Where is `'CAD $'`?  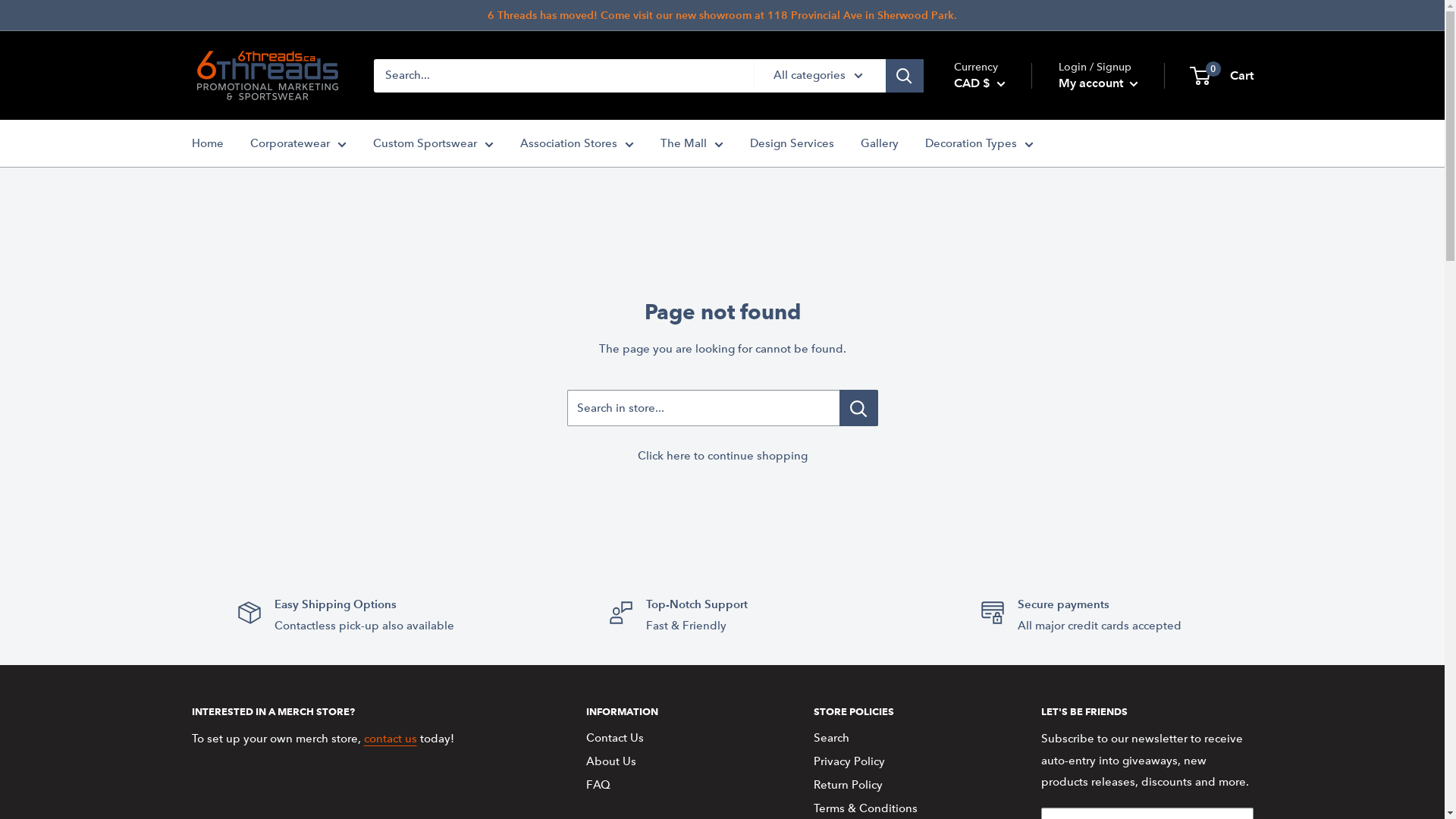
'CAD $' is located at coordinates (979, 83).